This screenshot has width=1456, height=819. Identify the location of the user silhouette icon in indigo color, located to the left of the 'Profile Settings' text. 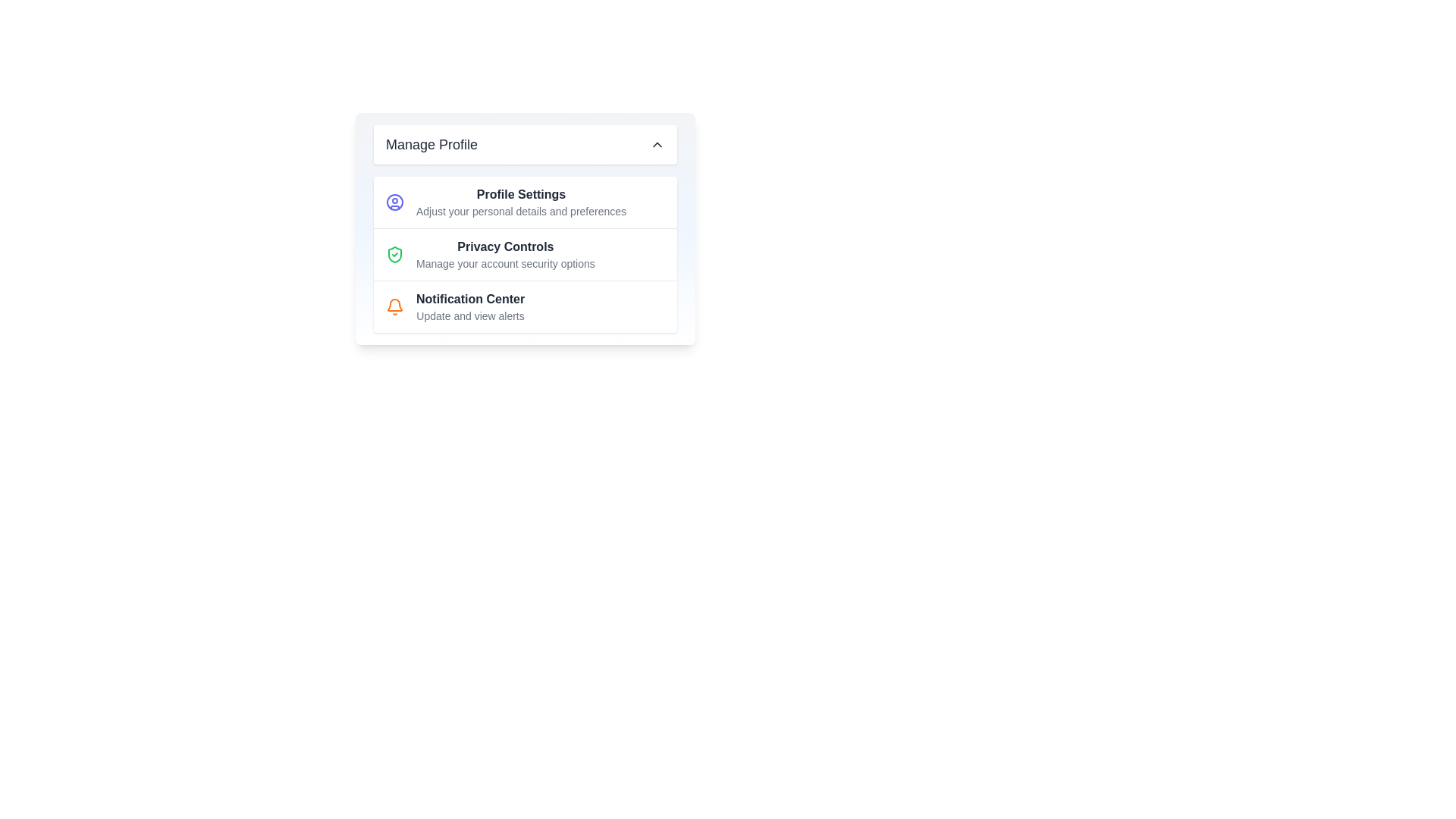
(395, 201).